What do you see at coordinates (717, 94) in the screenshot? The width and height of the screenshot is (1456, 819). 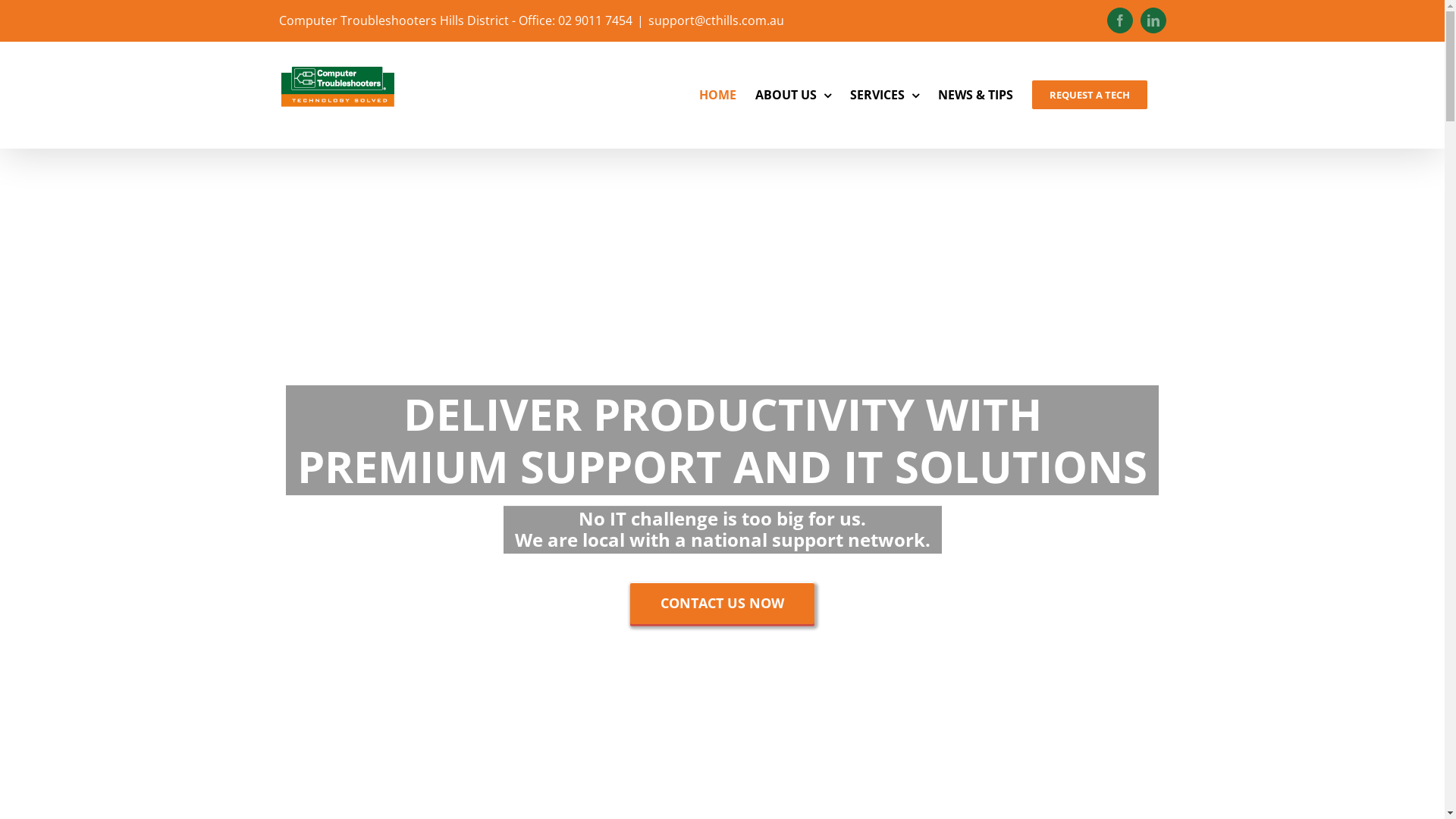 I see `'HOME'` at bounding box center [717, 94].